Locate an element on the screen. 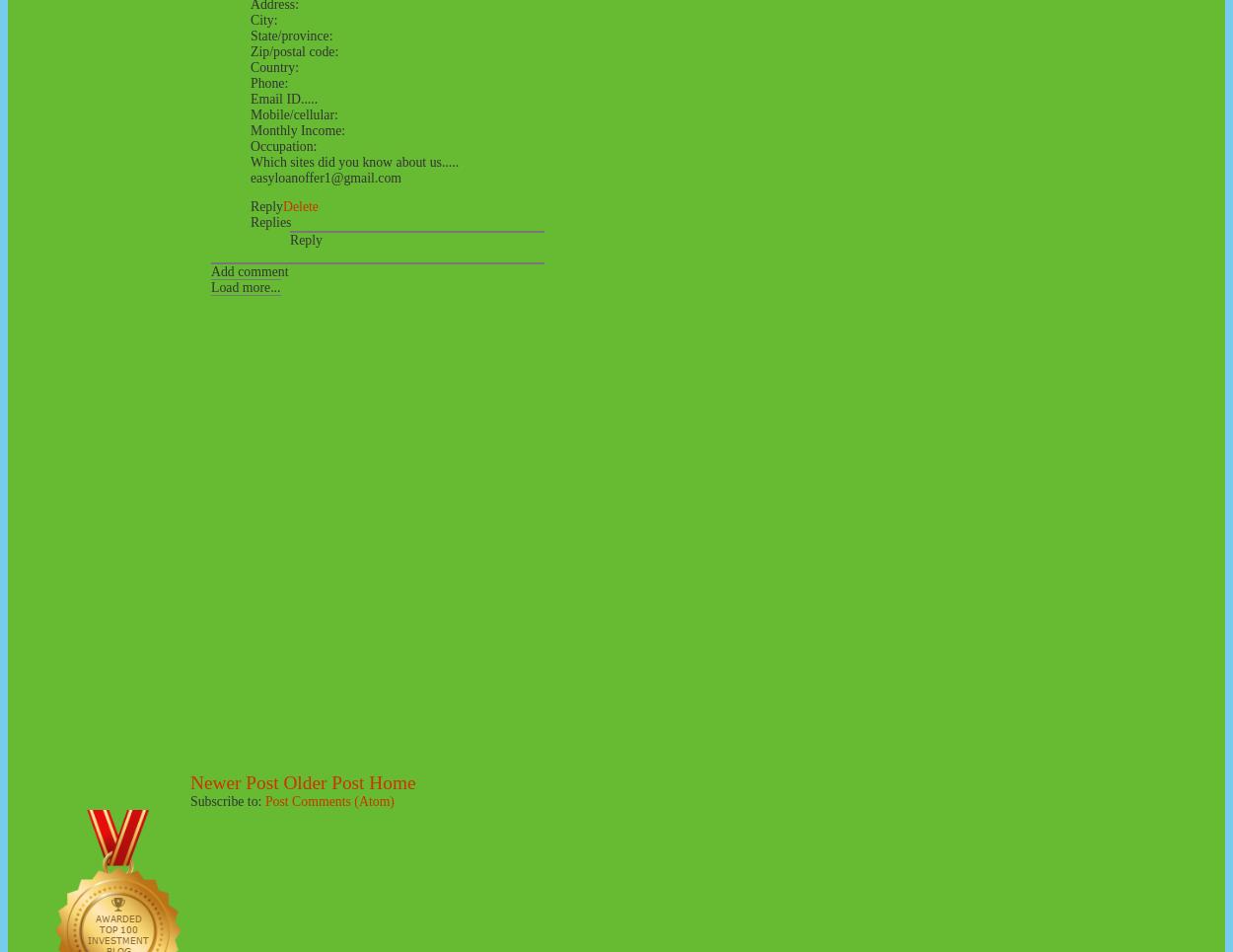 This screenshot has width=1233, height=952. 'Replies' is located at coordinates (270, 221).